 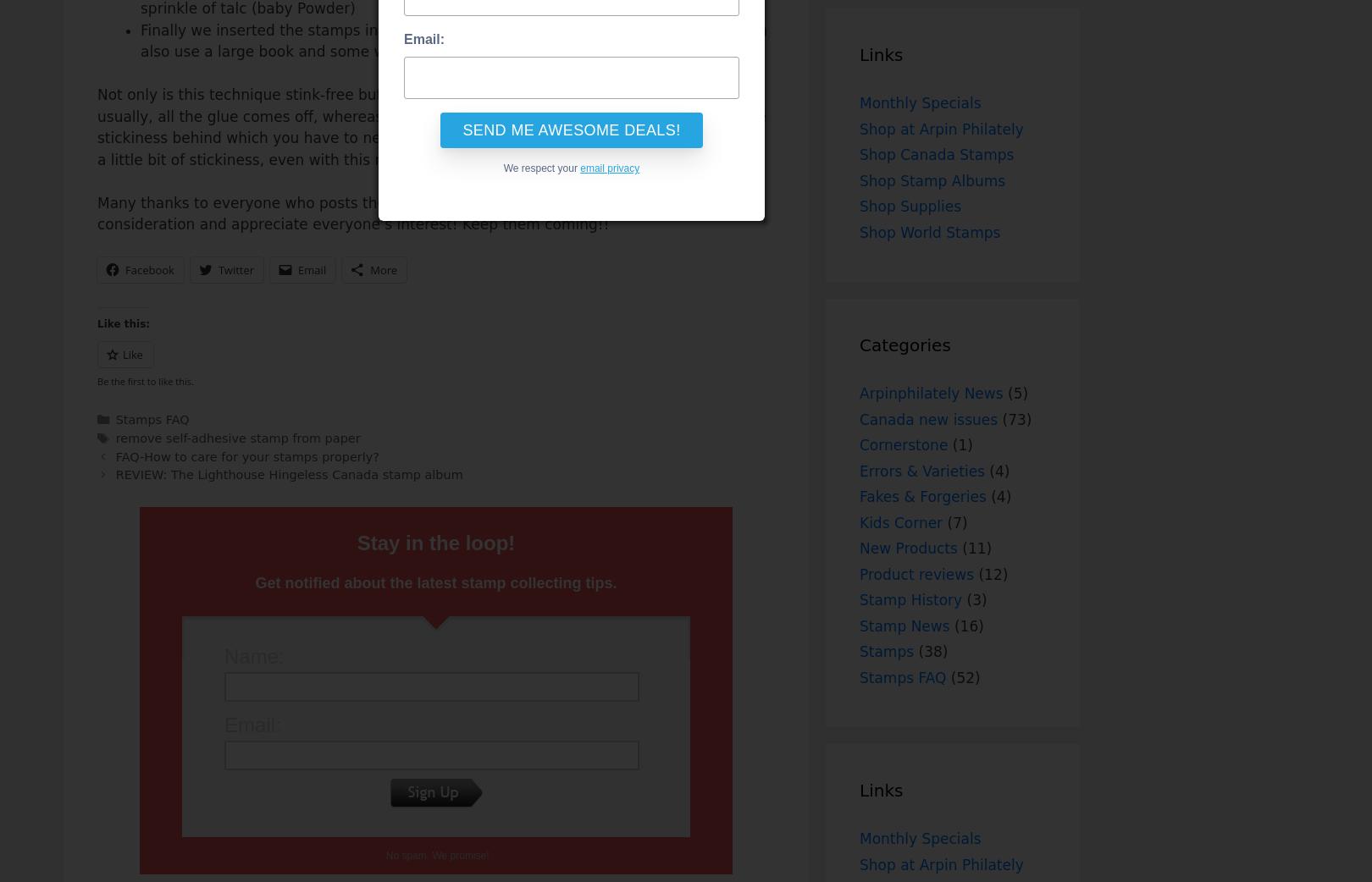 I want to click on '(73)', so click(x=1013, y=418).